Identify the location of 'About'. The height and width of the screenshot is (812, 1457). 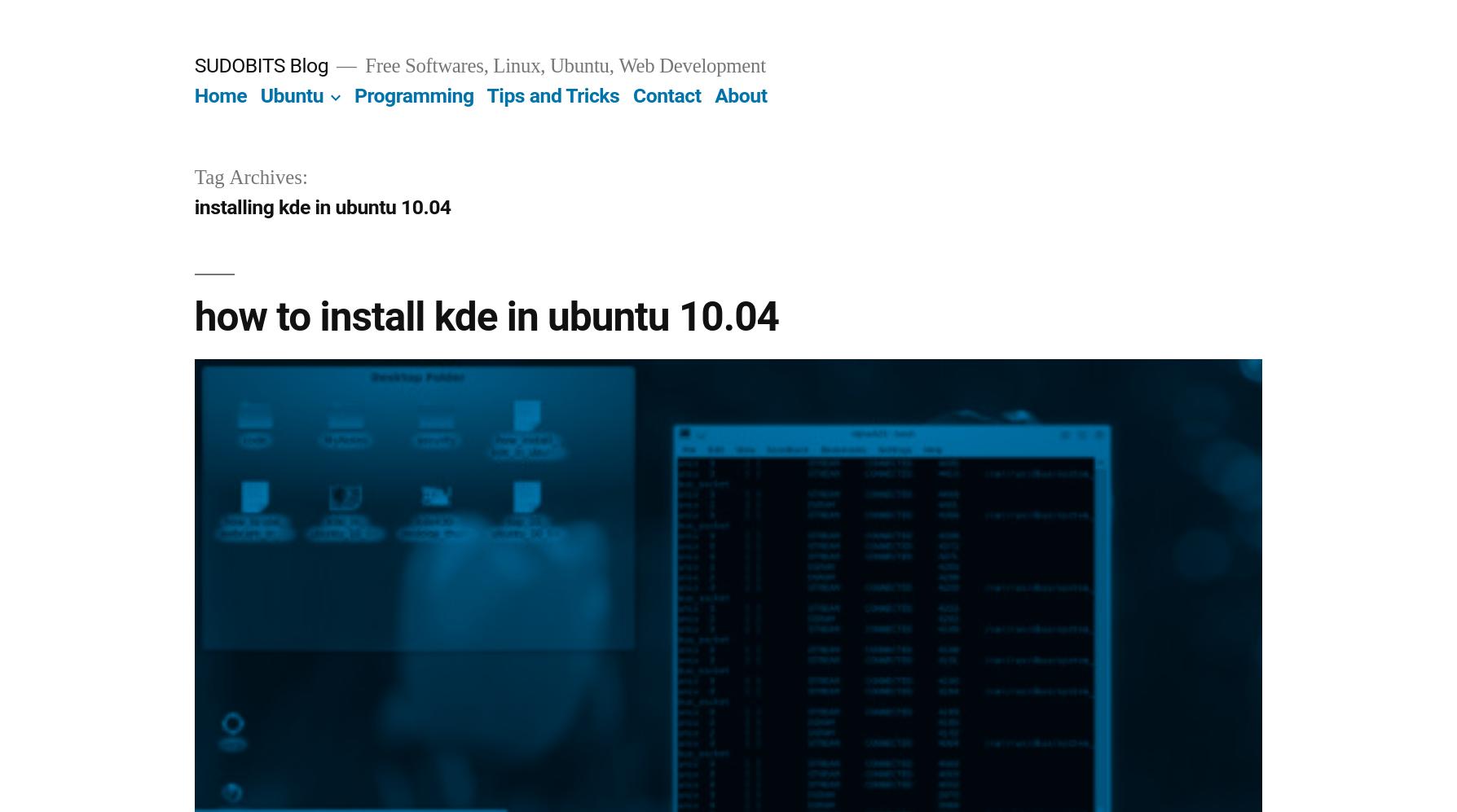
(741, 95).